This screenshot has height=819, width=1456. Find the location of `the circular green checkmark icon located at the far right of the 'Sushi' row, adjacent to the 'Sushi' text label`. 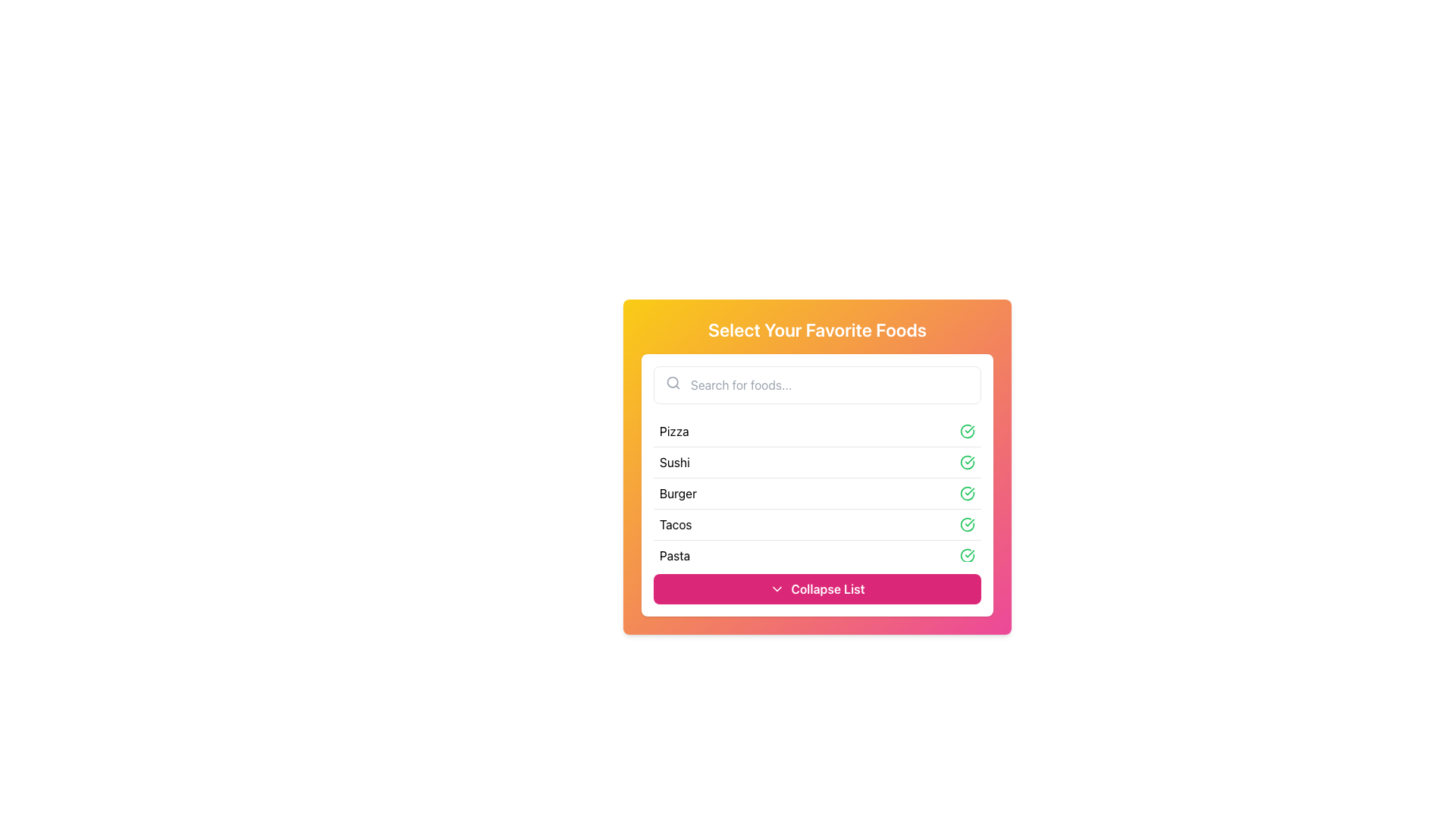

the circular green checkmark icon located at the far right of the 'Sushi' row, adjacent to the 'Sushi' text label is located at coordinates (967, 461).